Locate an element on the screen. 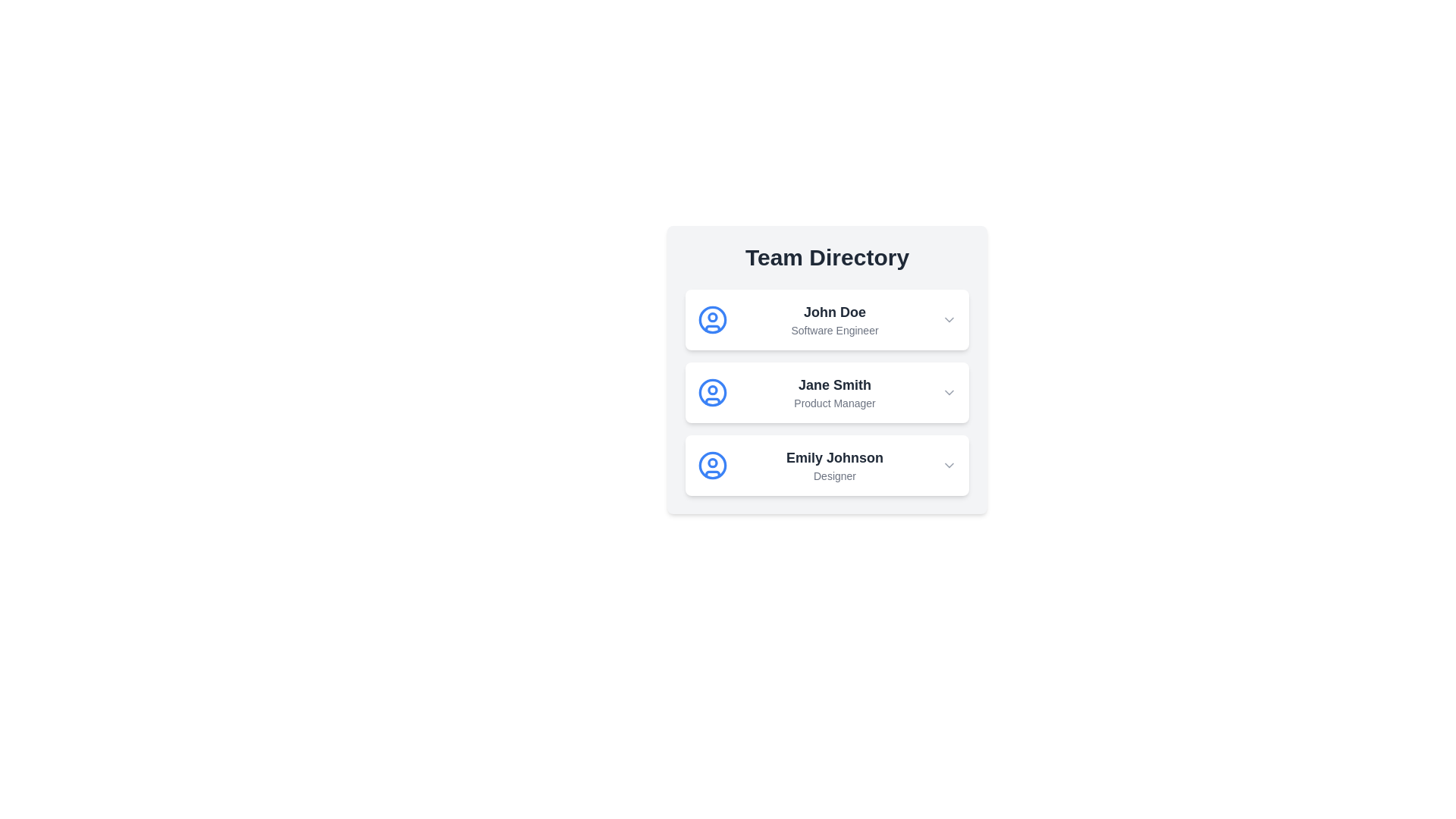 The width and height of the screenshot is (1456, 819). the background of the card to select the item Emily Johnson is located at coordinates (826, 464).